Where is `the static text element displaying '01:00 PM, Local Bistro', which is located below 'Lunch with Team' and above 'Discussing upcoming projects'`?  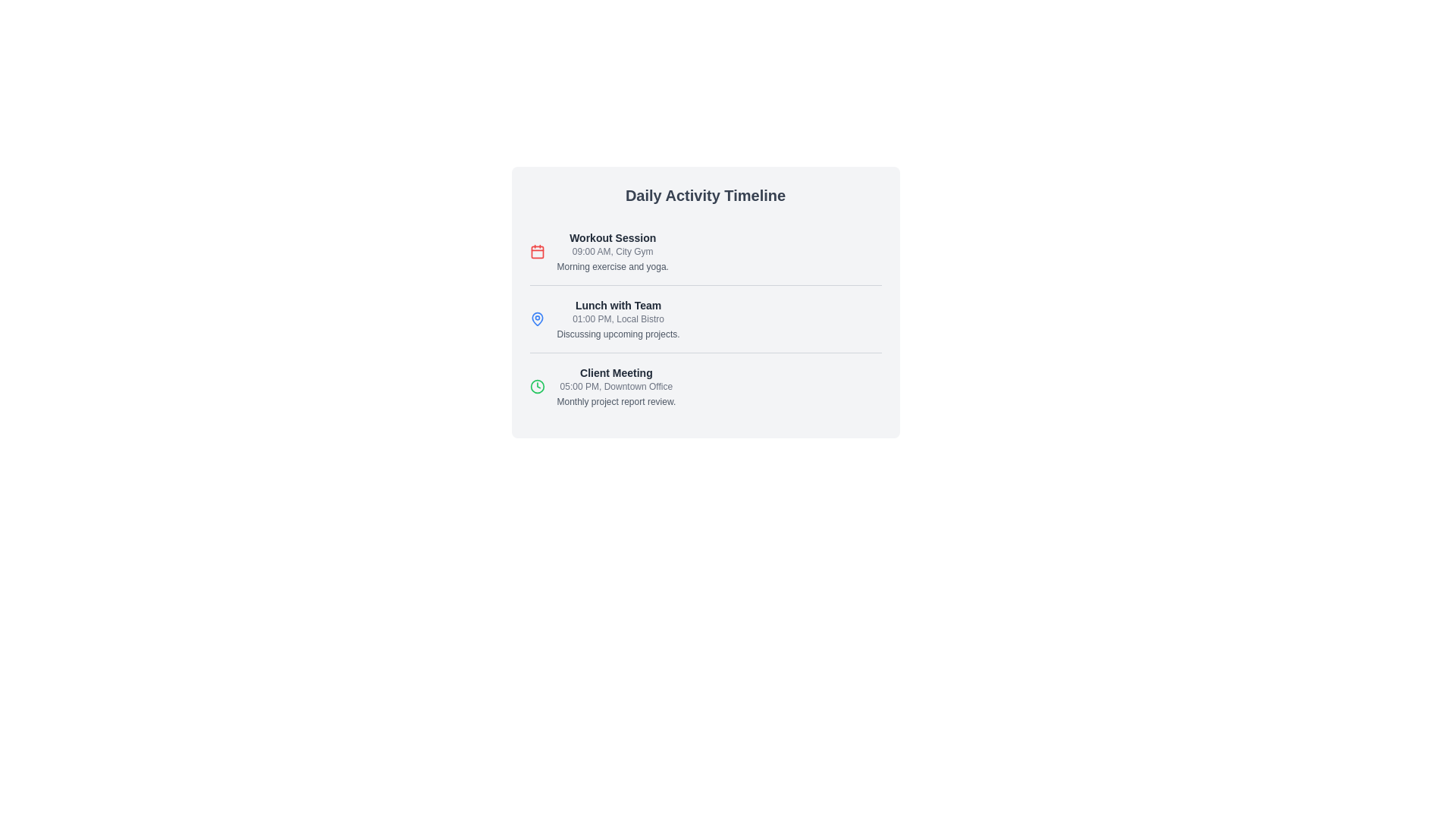 the static text element displaying '01:00 PM, Local Bistro', which is located below 'Lunch with Team' and above 'Discussing upcoming projects' is located at coordinates (618, 318).